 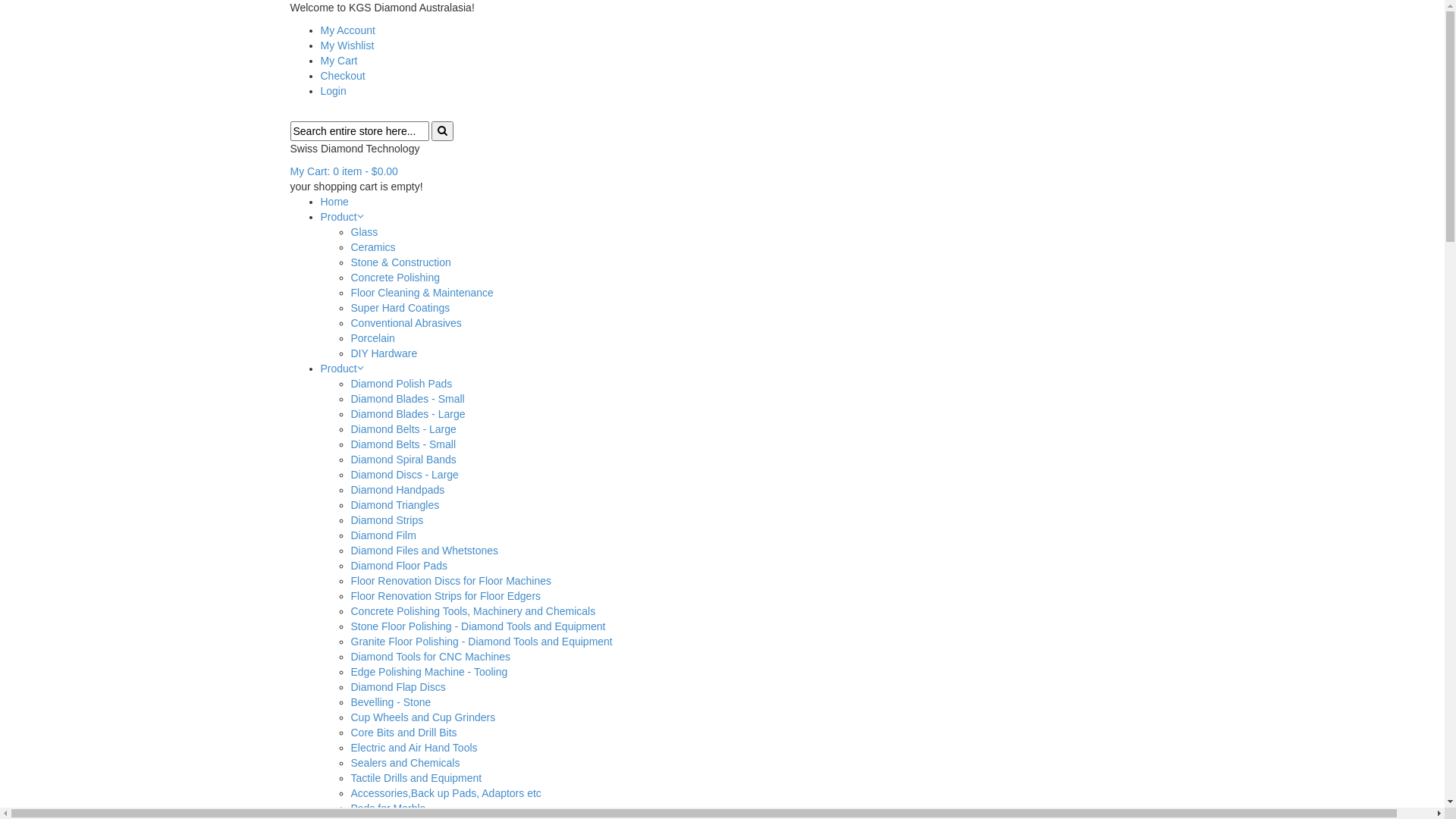 I want to click on 'Diamond Handpads', so click(x=397, y=489).